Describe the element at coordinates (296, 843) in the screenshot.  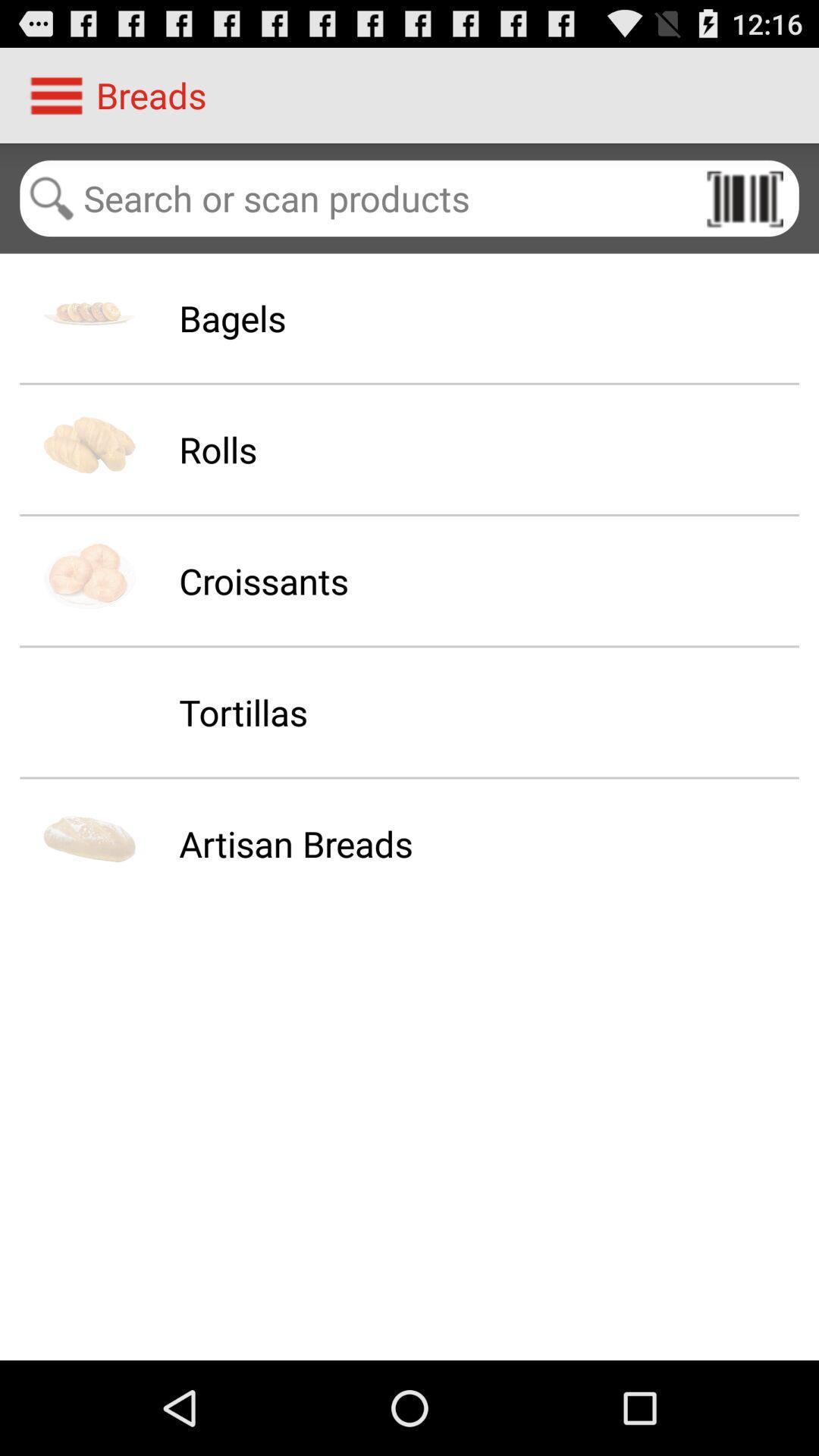
I see `artisan breads icon` at that location.